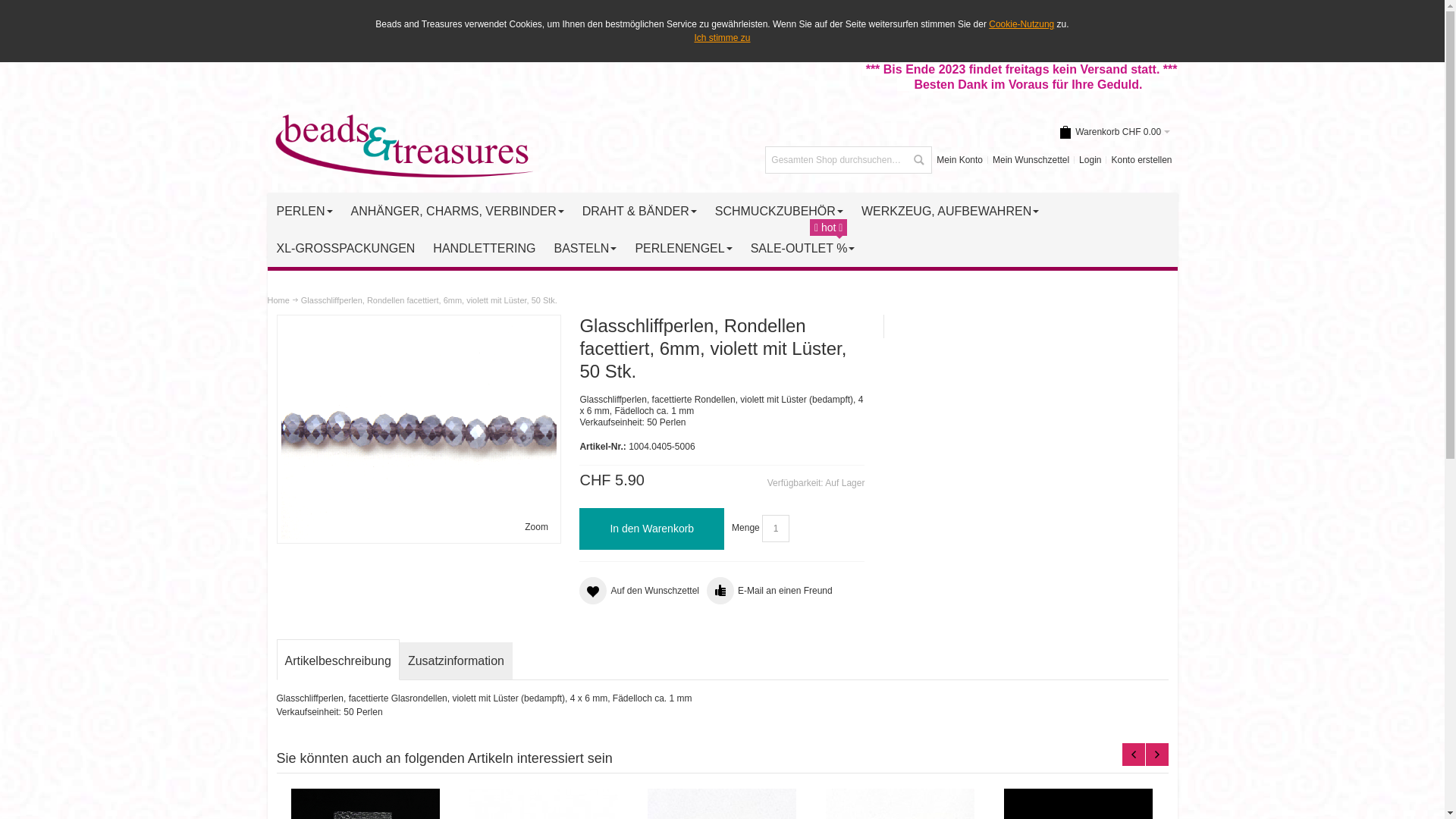  What do you see at coordinates (720, 37) in the screenshot?
I see `'Ich stimme zu'` at bounding box center [720, 37].